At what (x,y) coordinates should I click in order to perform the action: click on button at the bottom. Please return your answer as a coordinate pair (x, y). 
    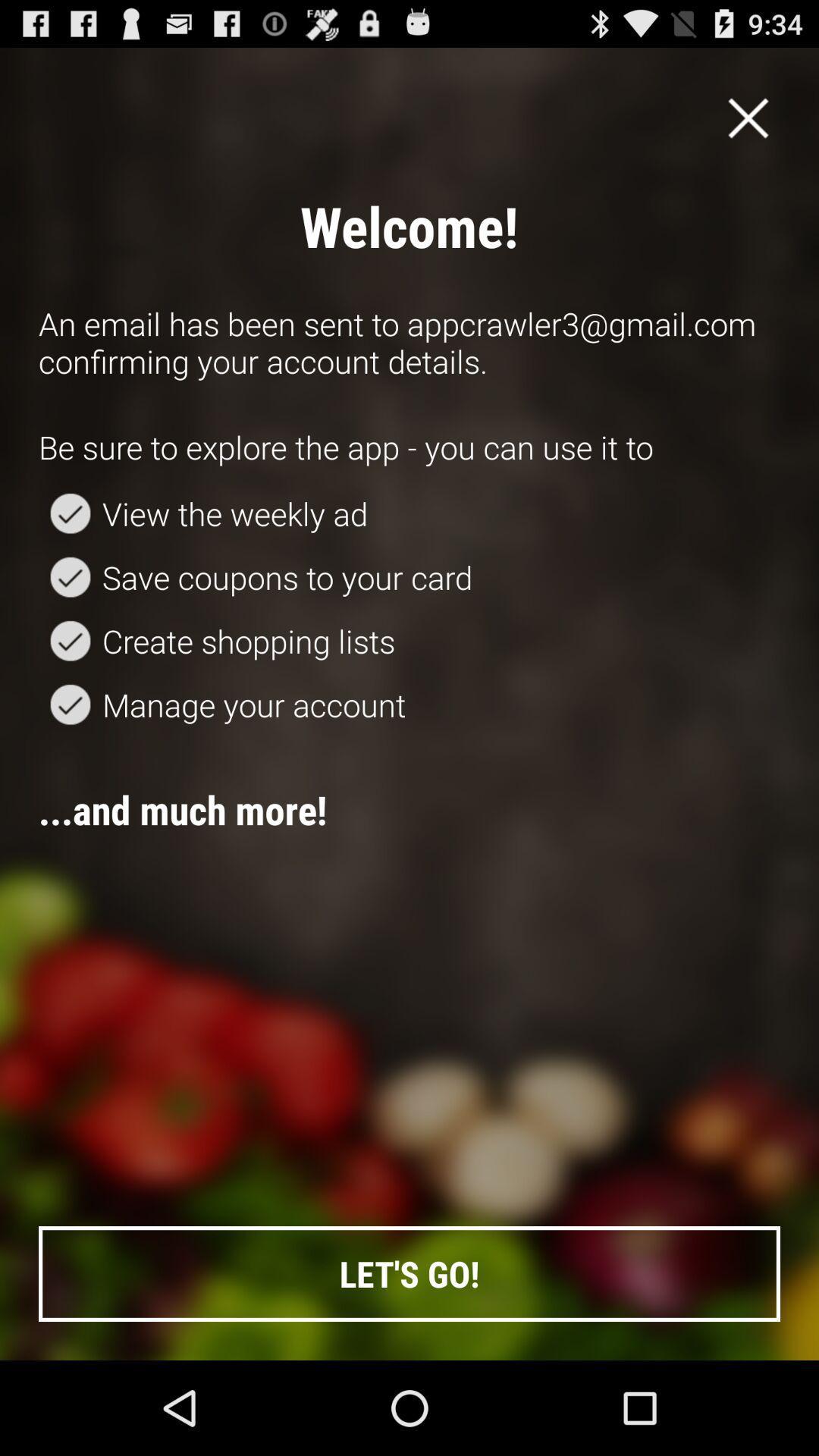
    Looking at the image, I should click on (409, 1274).